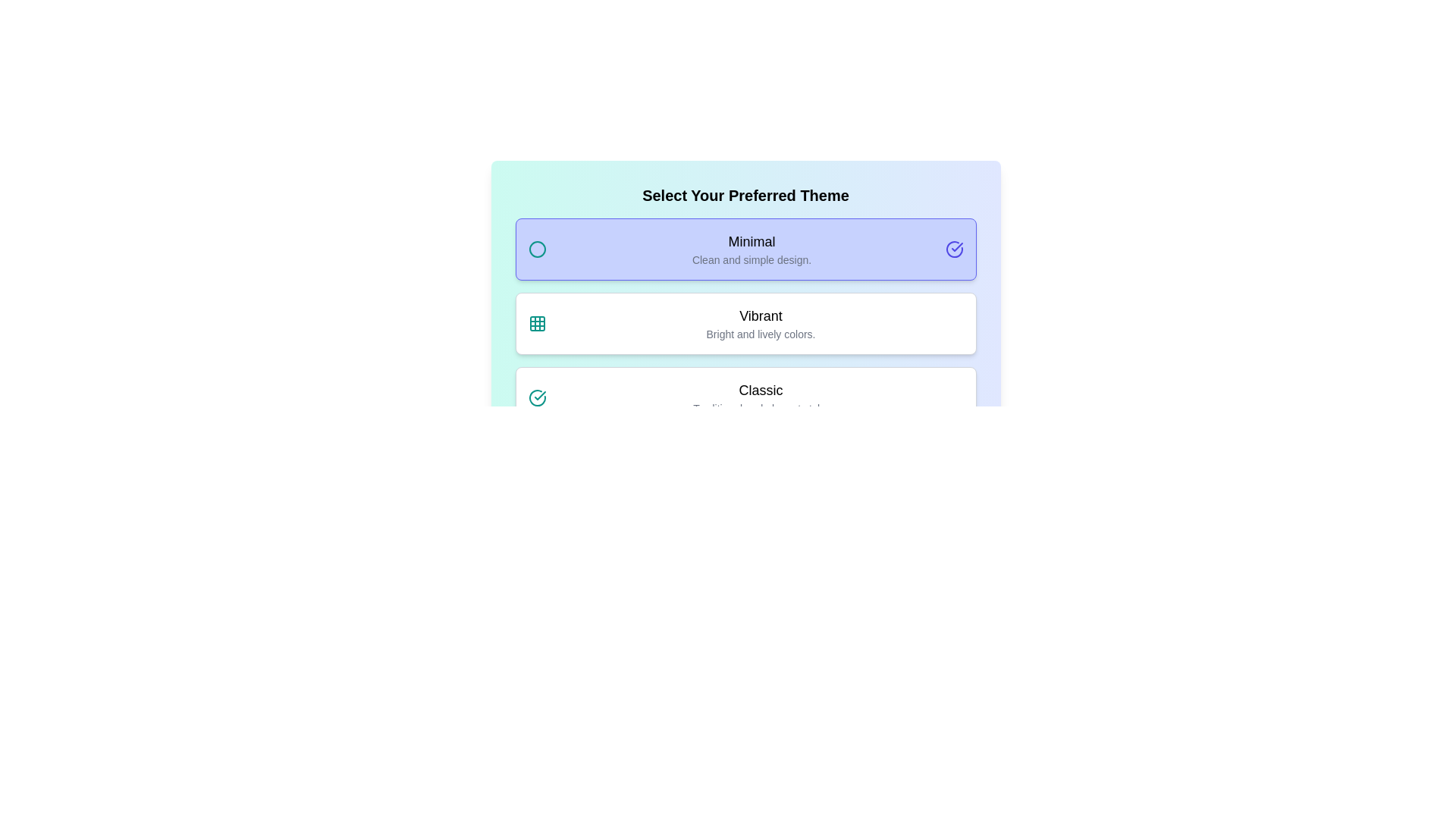 This screenshot has height=819, width=1456. I want to click on the bold heading text labeled 'Classic', which is styled with a medium font-weight and large font size, located in the third option box under the title 'Select Your Preferred Theme', so click(761, 390).